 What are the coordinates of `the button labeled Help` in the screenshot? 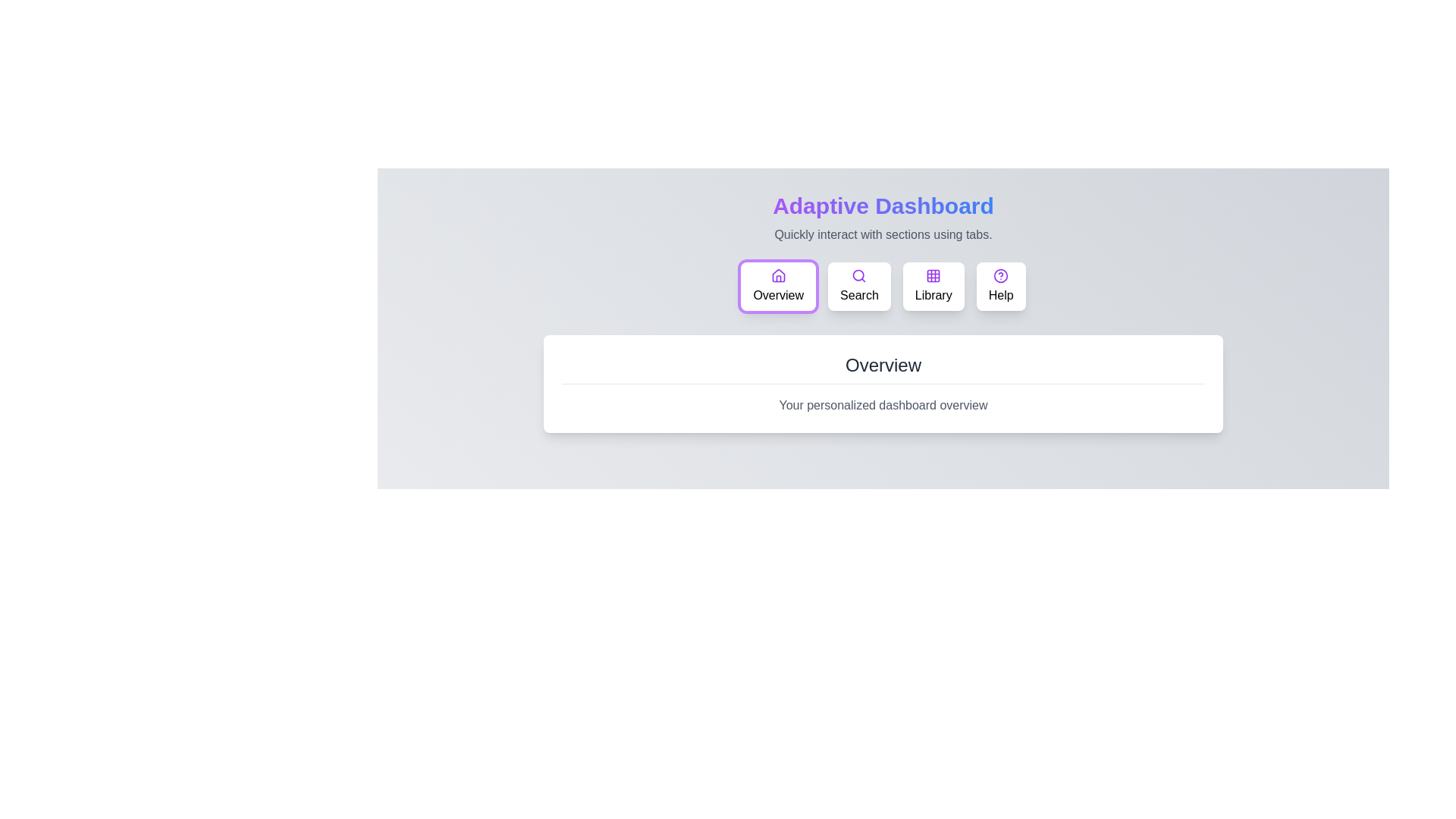 It's located at (1001, 287).